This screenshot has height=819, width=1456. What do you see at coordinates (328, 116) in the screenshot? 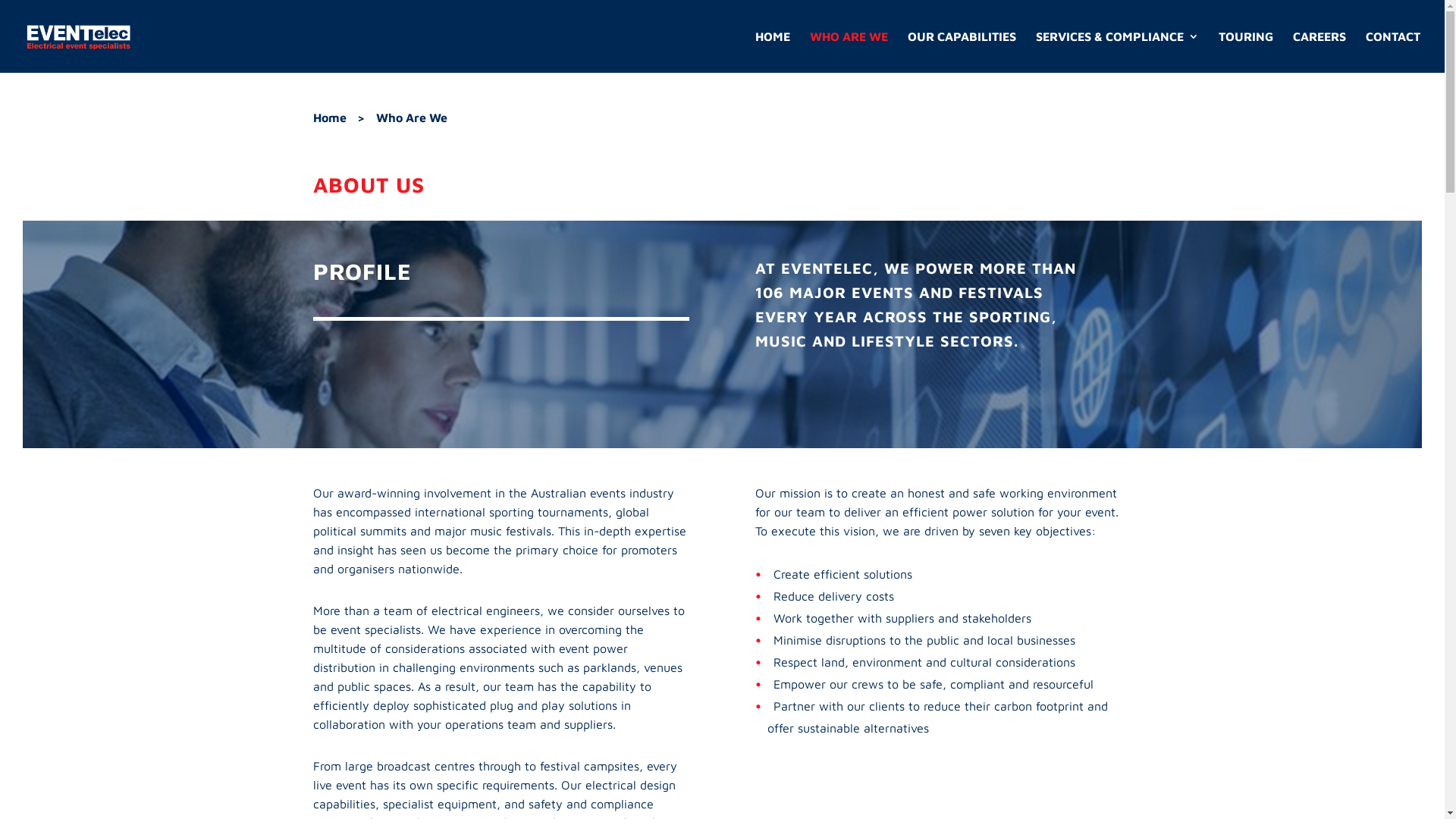
I see `'Home'` at bounding box center [328, 116].